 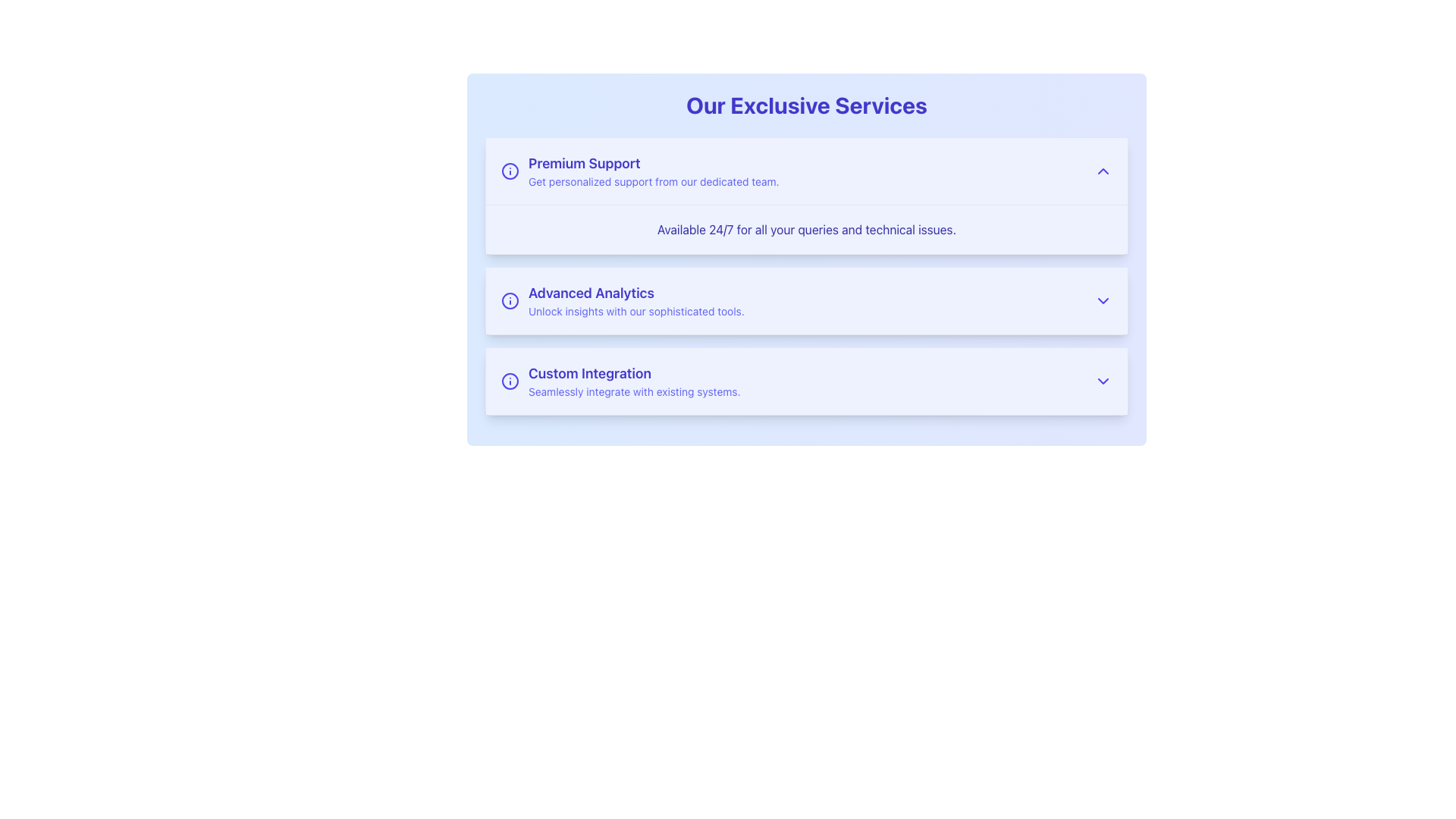 I want to click on the Informational Text with Icon element labeled 'Advanced Analytics' that is centrally located in the second panel under 'Our Exclusive Services', so click(x=623, y=301).